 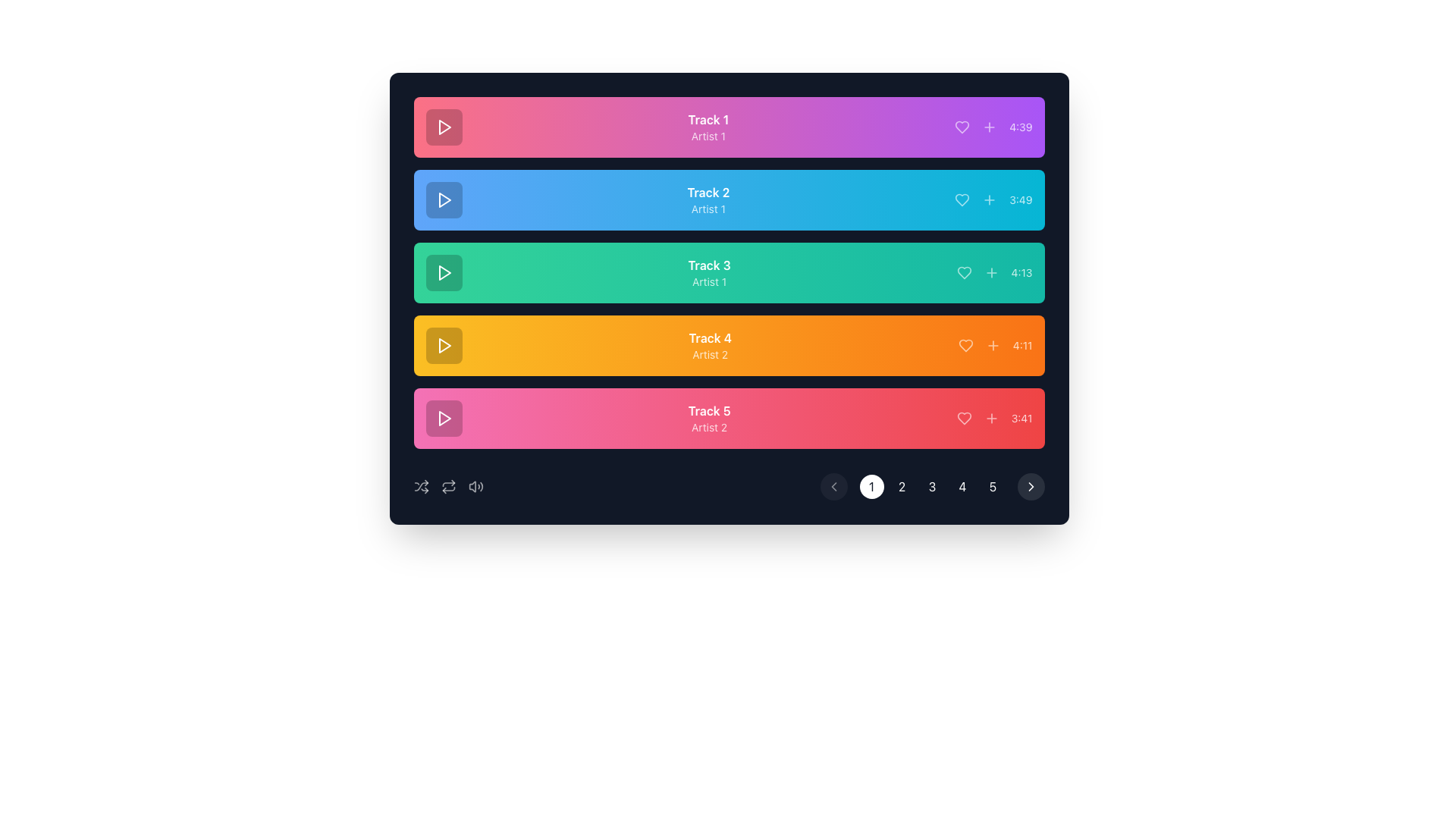 What do you see at coordinates (447, 486) in the screenshot?
I see `the repeat toggle button located in the bottom-left corner of the interface, situated to the right of the shuffle icon and to the left of the volume control icon` at bounding box center [447, 486].